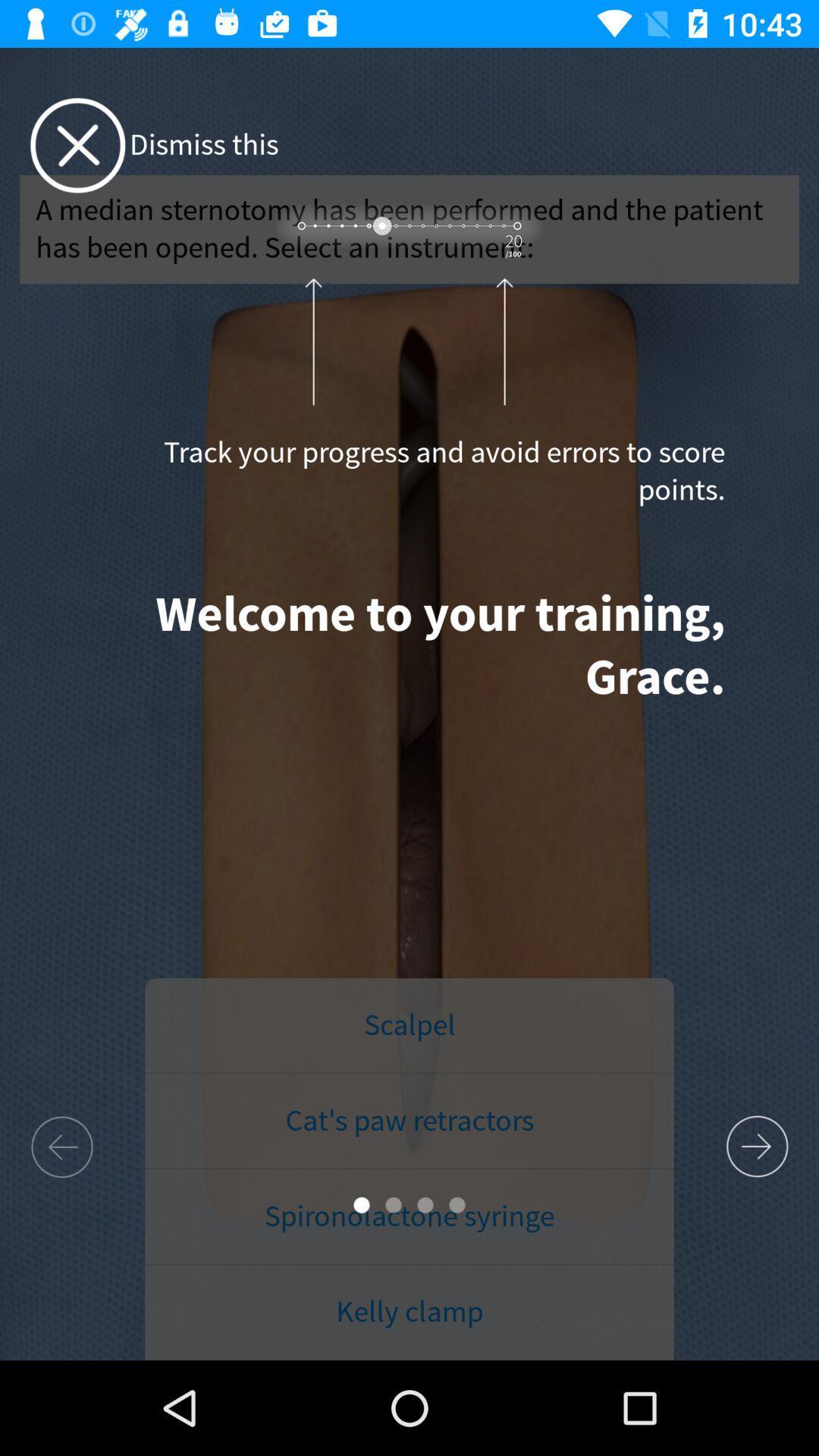 This screenshot has width=819, height=1456. What do you see at coordinates (409, 1121) in the screenshot?
I see `the cat s paw icon` at bounding box center [409, 1121].